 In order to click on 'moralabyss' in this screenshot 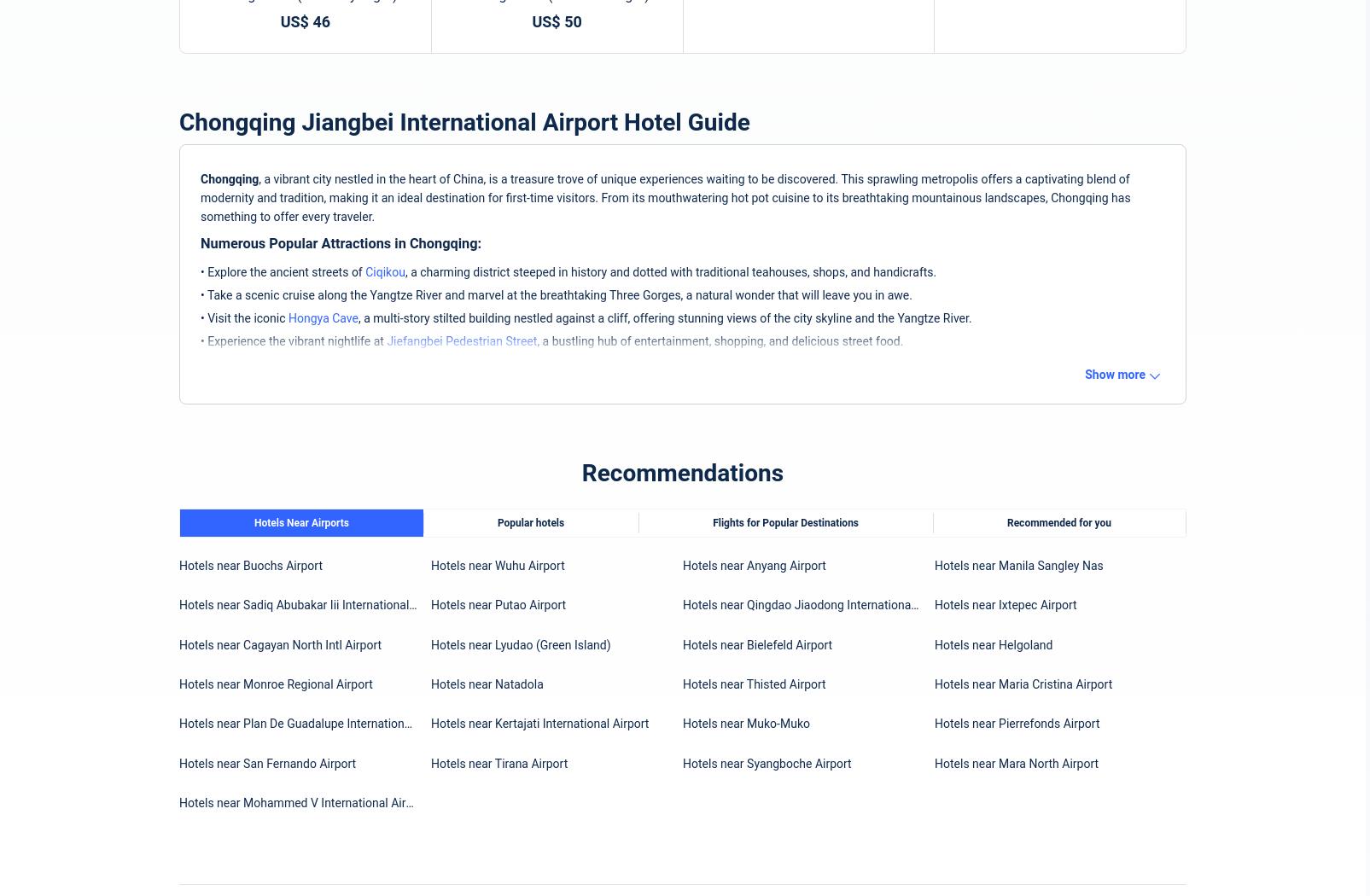, I will do `click(786, 94)`.